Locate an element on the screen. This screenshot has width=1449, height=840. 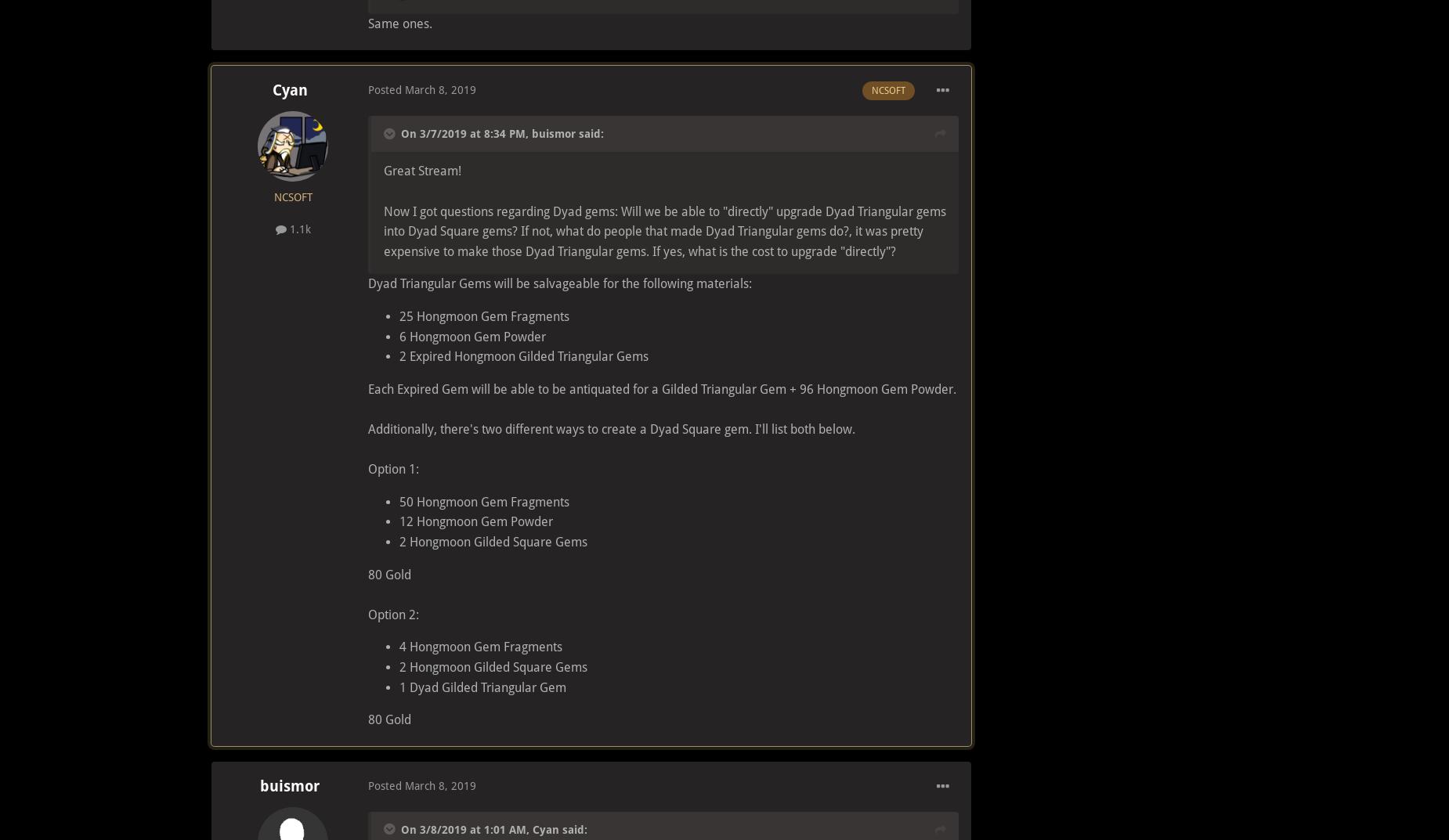
'Great Stream!' is located at coordinates (422, 171).